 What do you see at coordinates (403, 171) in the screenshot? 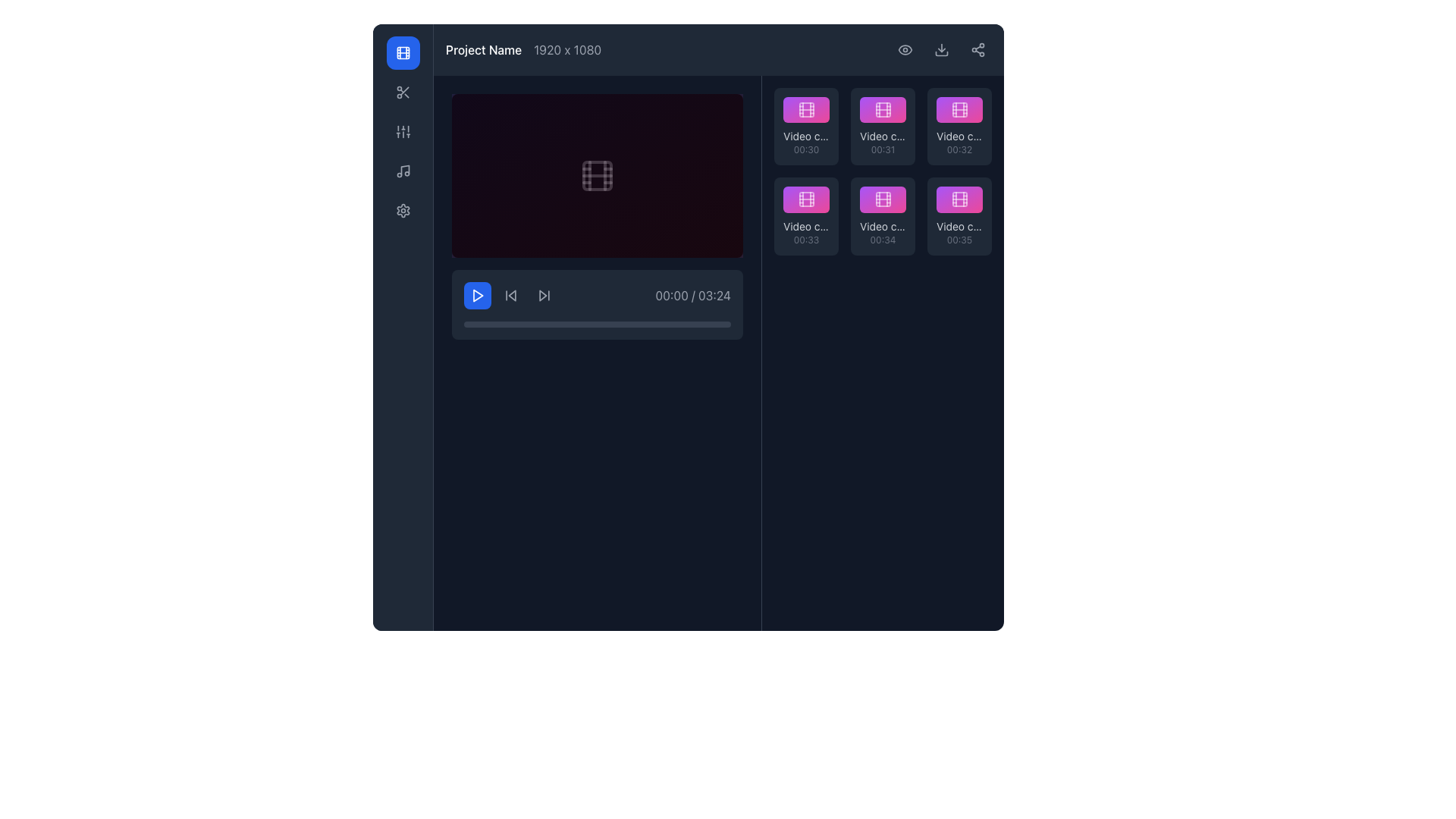
I see `the music icon button, which is a gray note symbol located as the second icon` at bounding box center [403, 171].